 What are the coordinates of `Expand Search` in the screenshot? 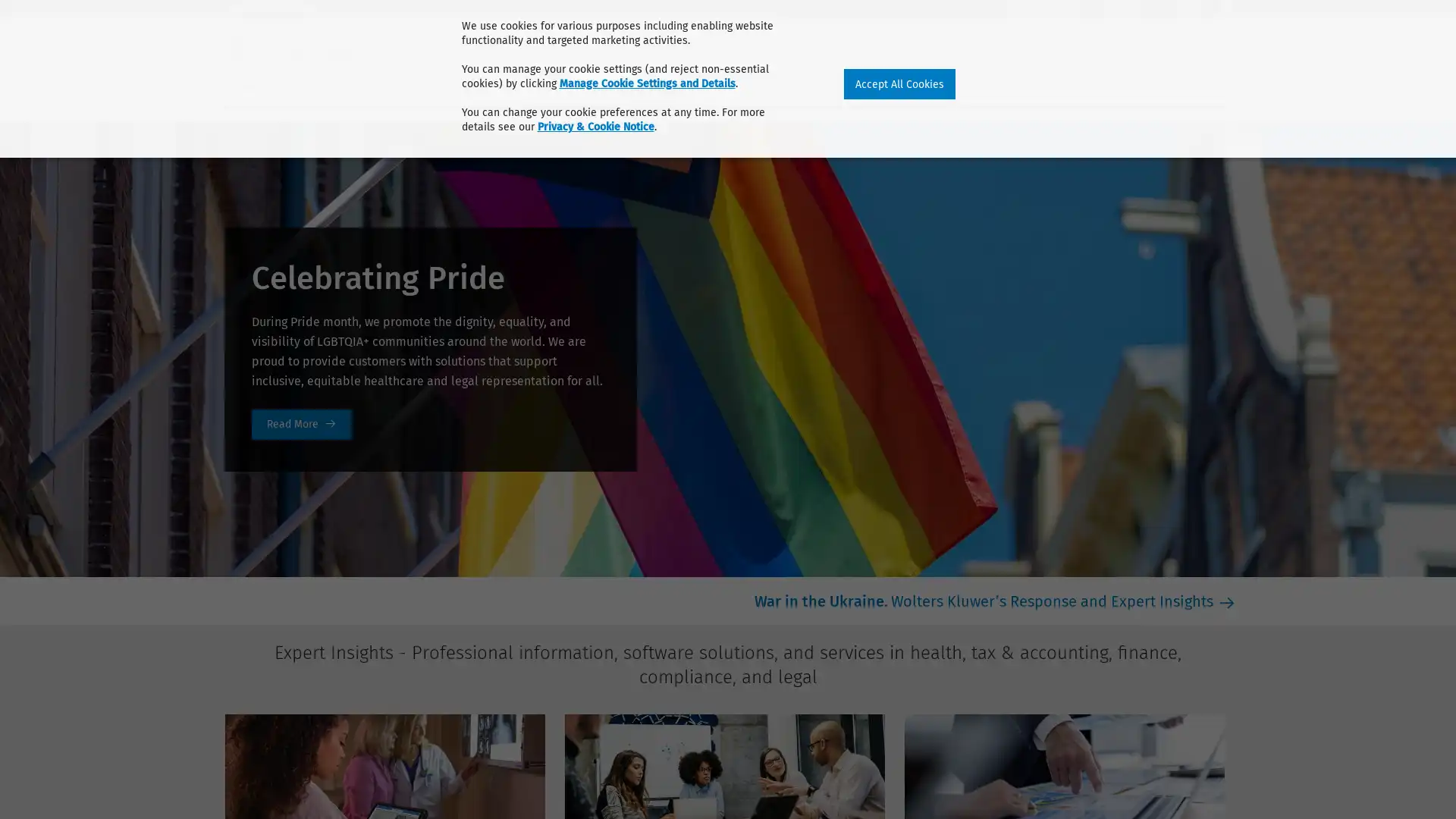 It's located at (1225, 43).